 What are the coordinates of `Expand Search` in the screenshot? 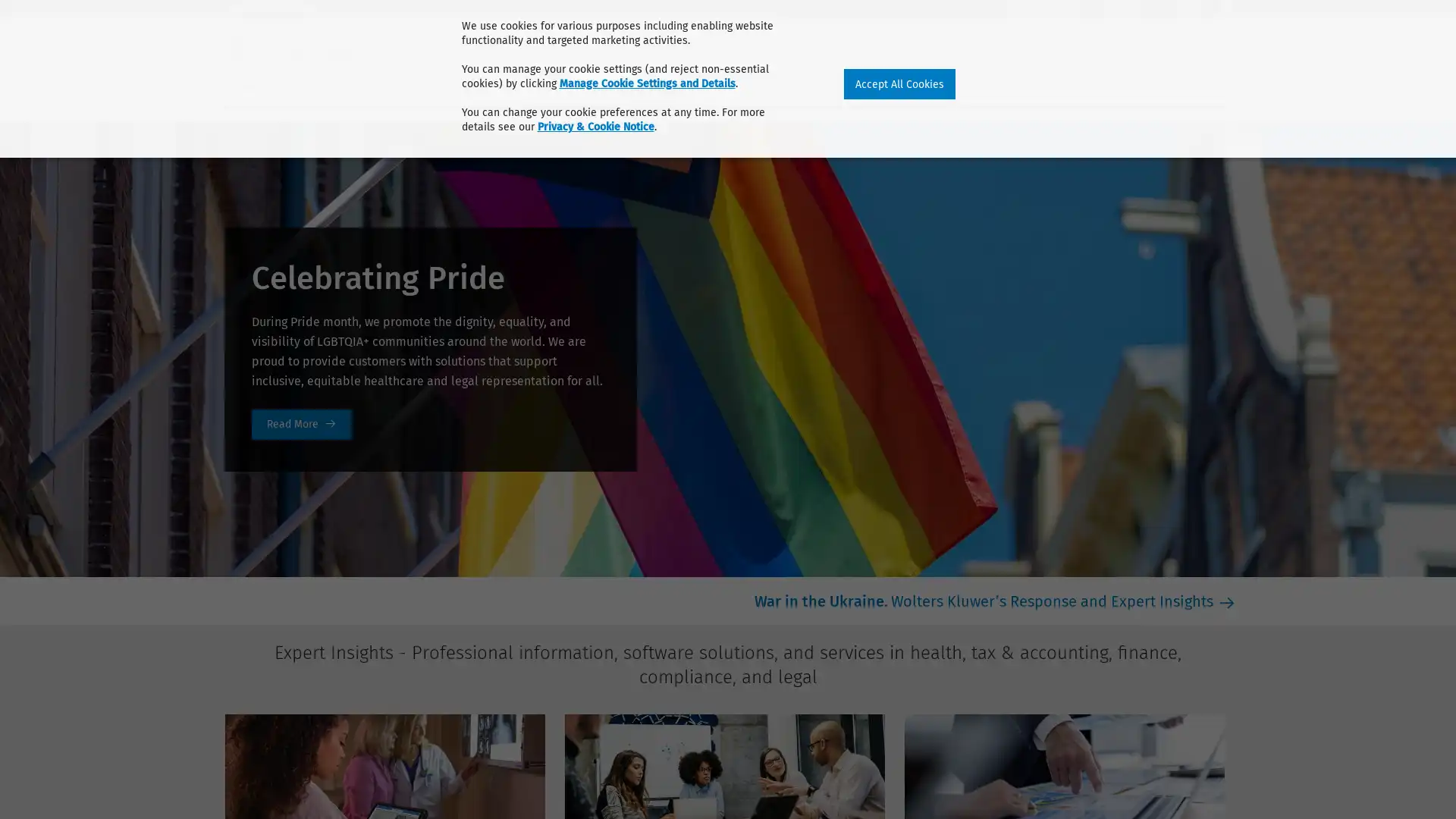 It's located at (1225, 43).